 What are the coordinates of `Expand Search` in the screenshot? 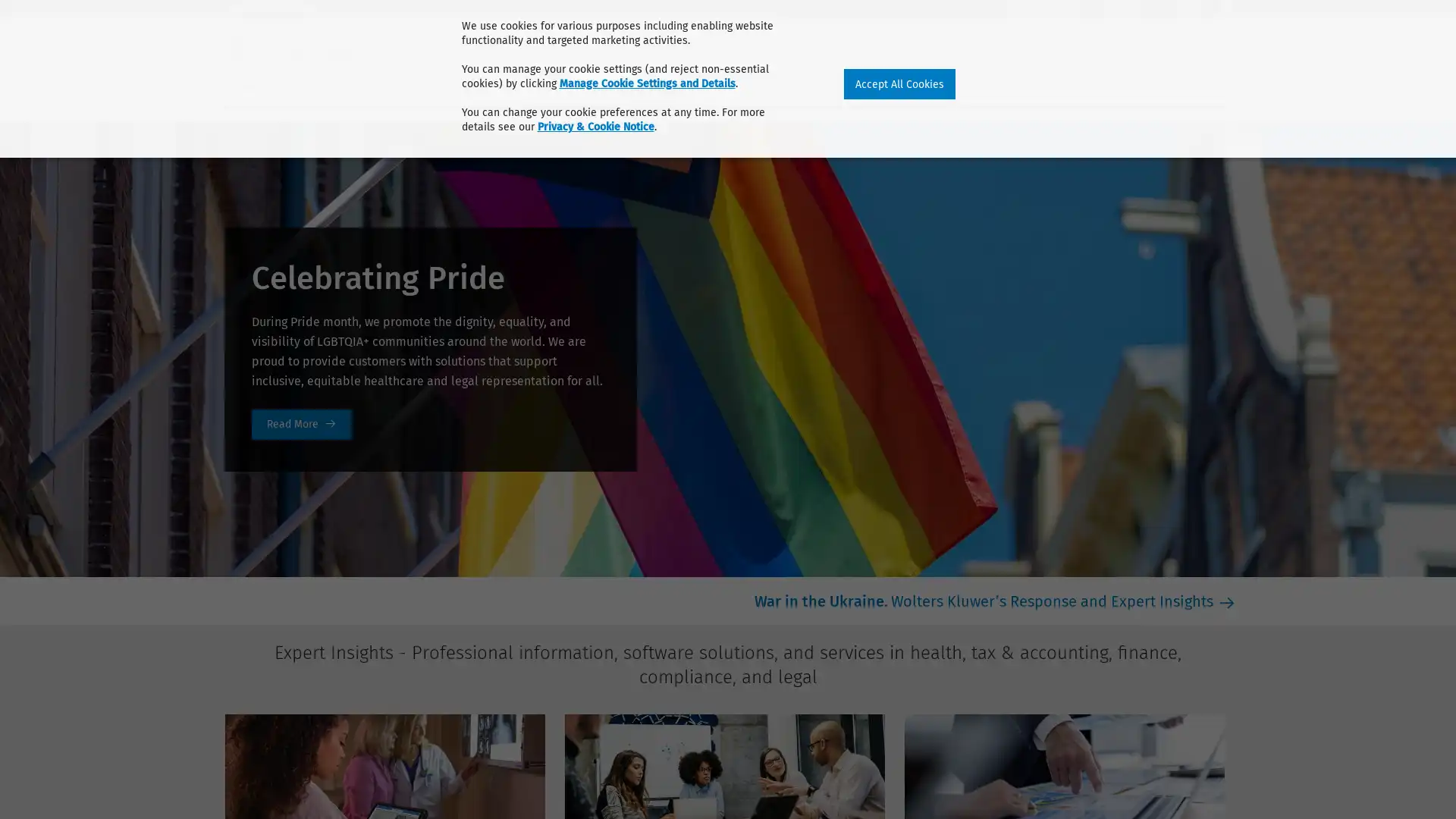 It's located at (1225, 43).